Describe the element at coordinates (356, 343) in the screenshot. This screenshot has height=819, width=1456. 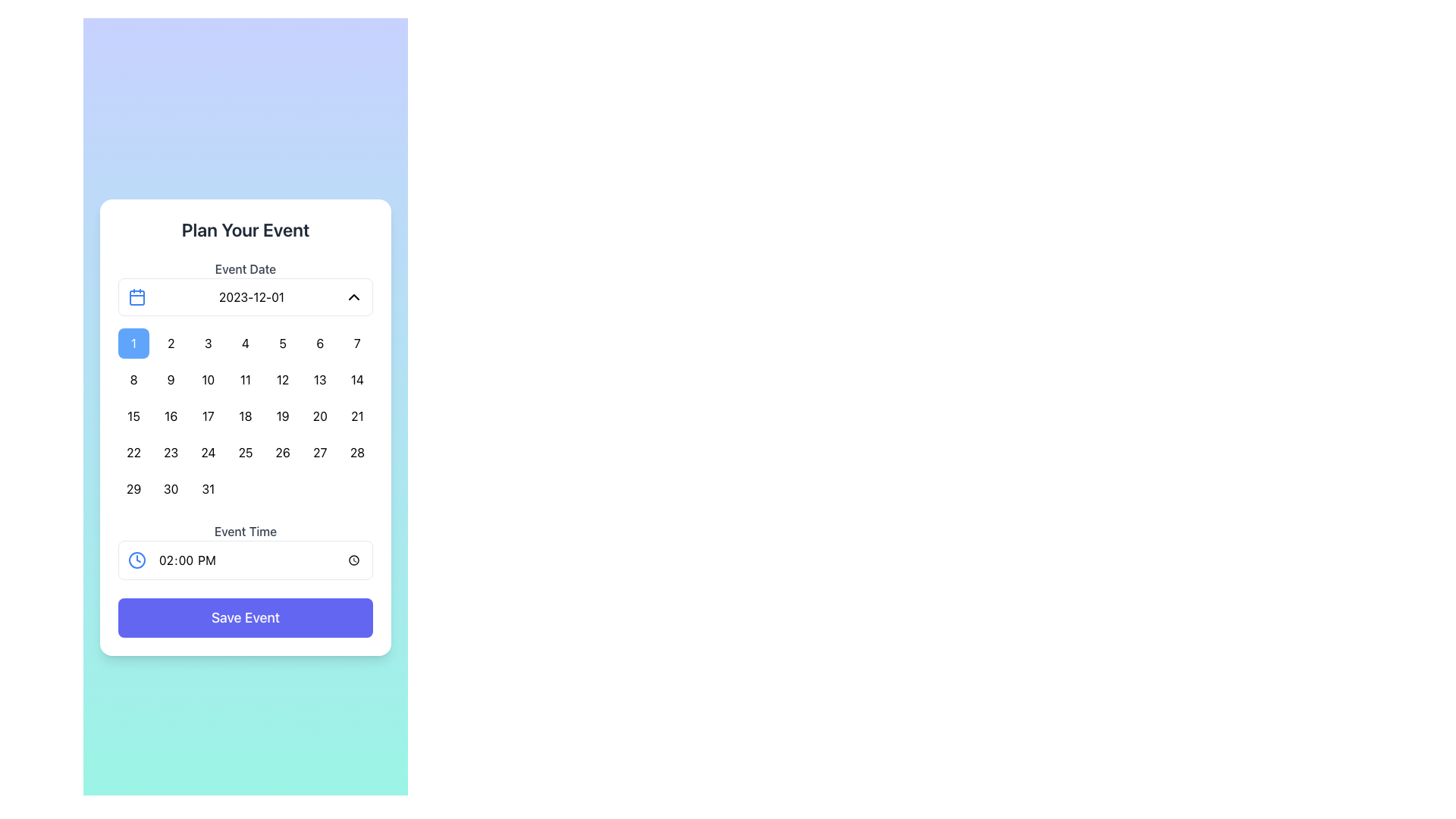
I see `the A button styled as a calendar day located in the first row and seventh column of the calendar grid` at that location.